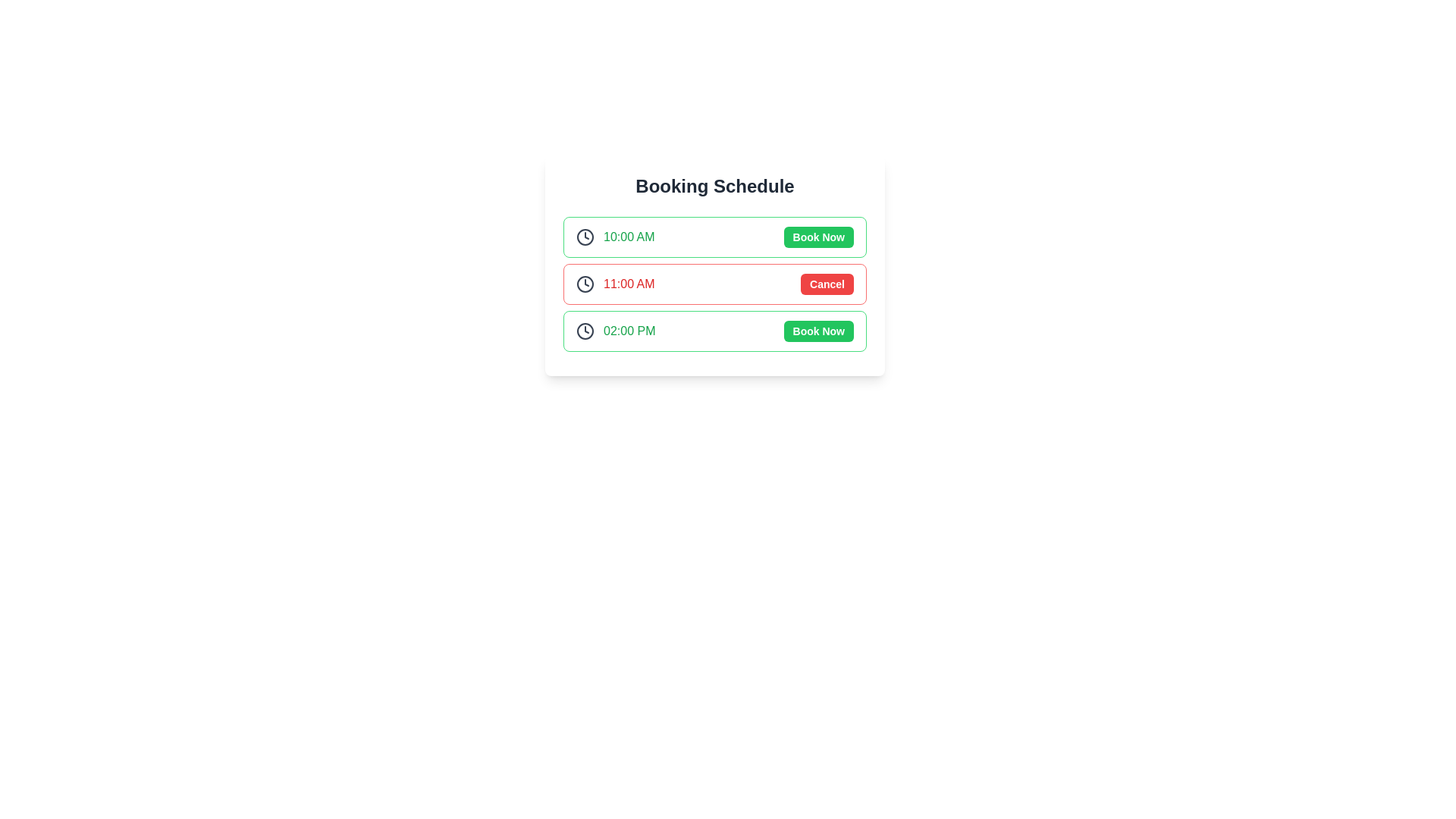  Describe the element at coordinates (585, 284) in the screenshot. I see `the icon representing the 11:00 AM time slot in the booking schedule, which is located in the second row and adjacent to the red text displaying '11:00 AM'` at that location.